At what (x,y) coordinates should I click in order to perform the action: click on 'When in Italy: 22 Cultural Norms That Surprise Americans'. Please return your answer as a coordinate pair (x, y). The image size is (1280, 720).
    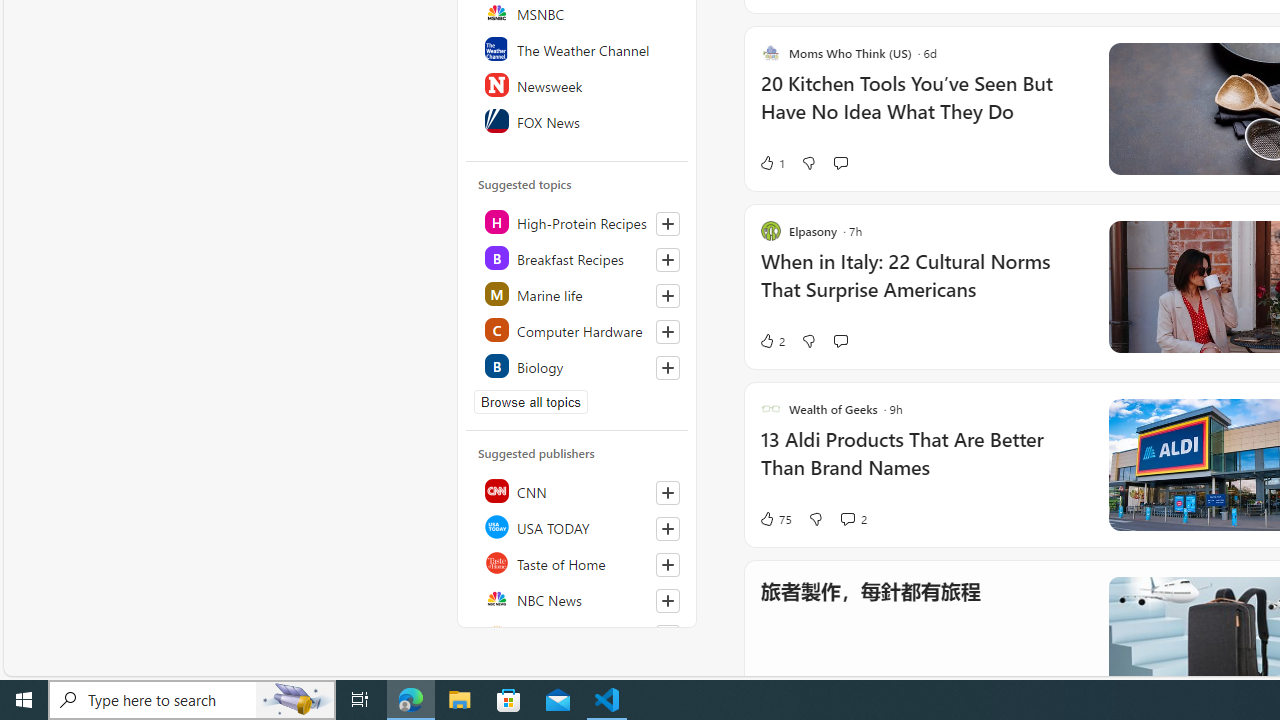
    Looking at the image, I should click on (921, 285).